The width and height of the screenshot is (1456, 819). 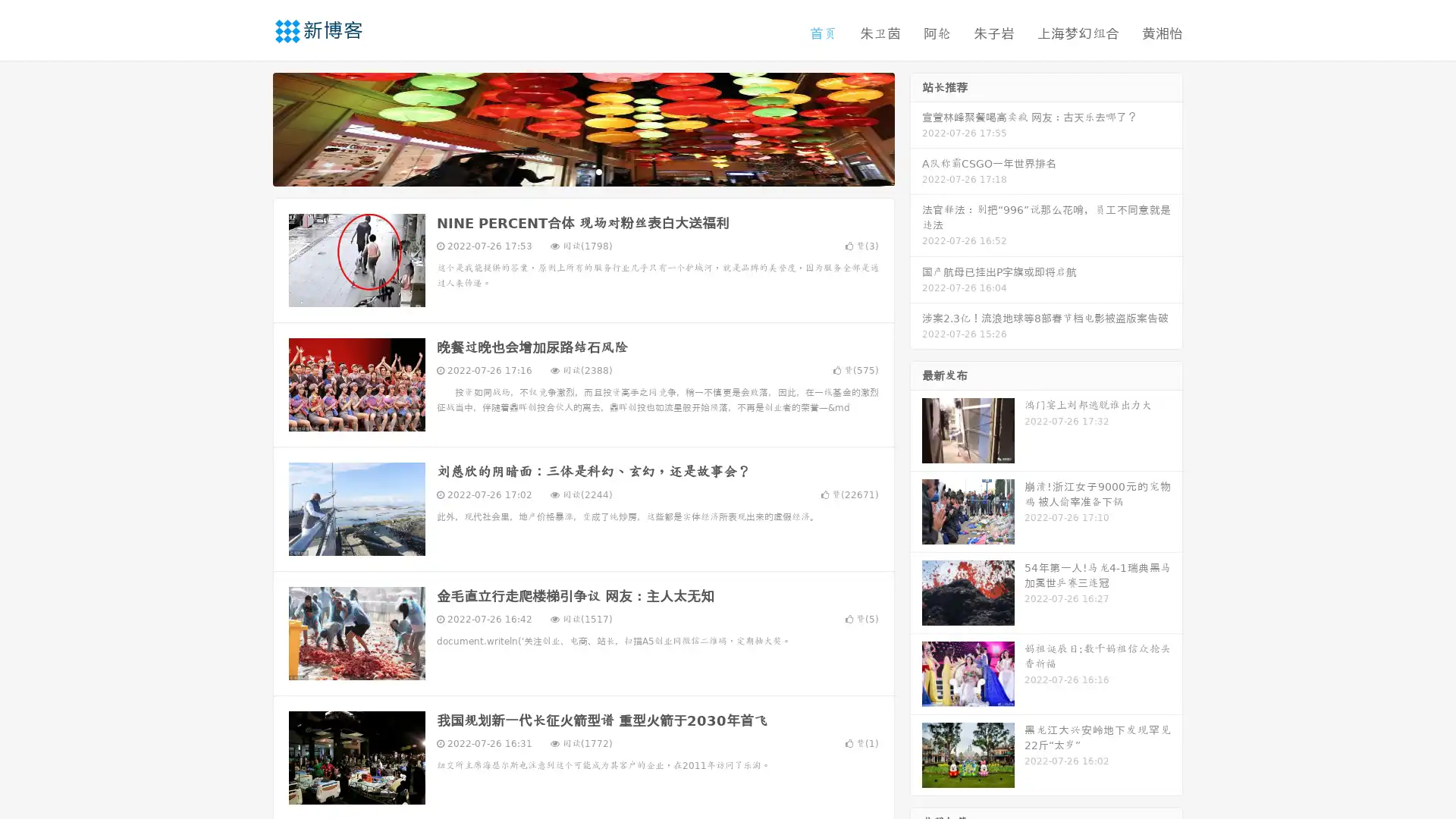 I want to click on Next slide, so click(x=916, y=127).